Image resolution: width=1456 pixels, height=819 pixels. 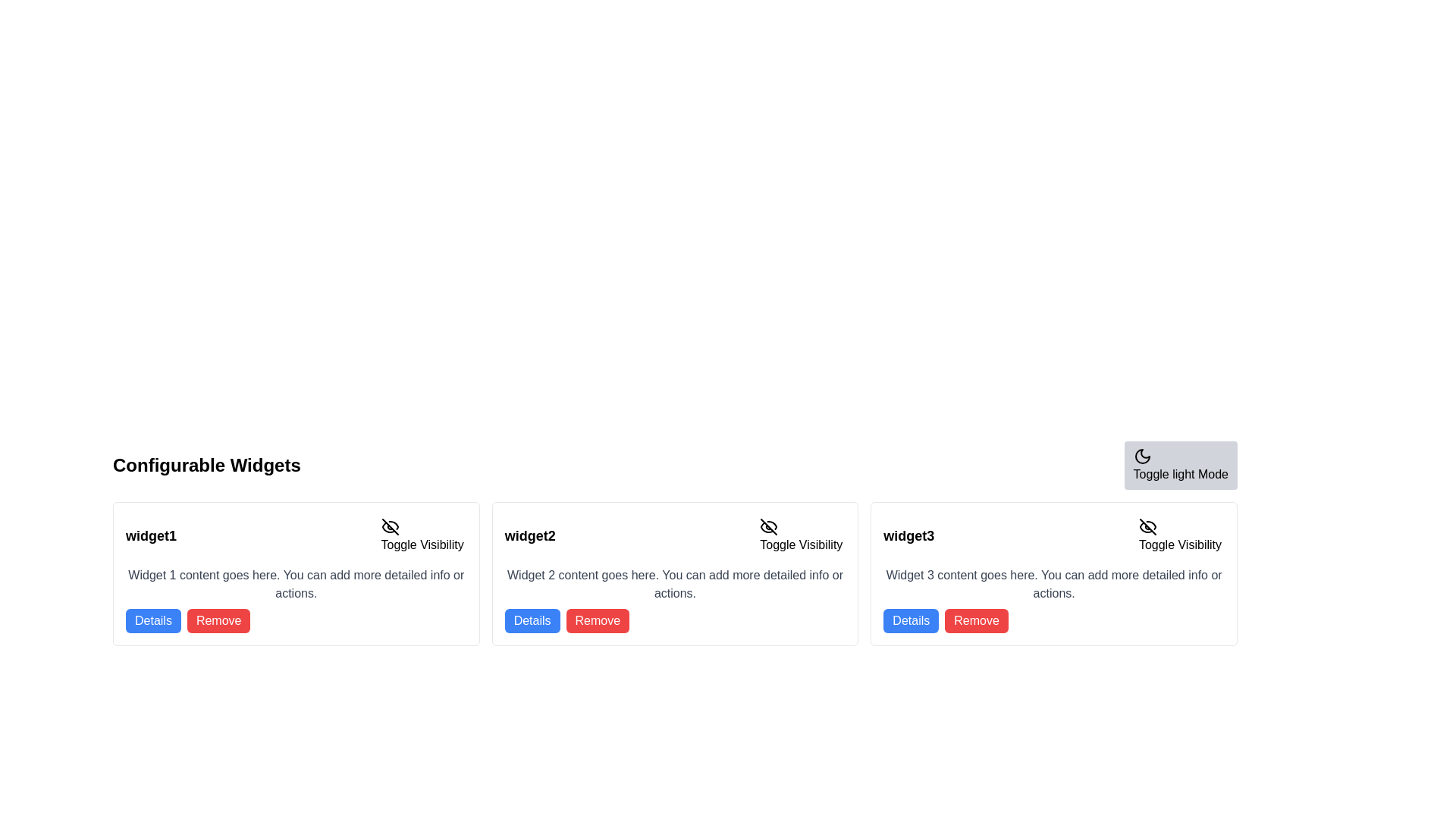 What do you see at coordinates (1053, 584) in the screenshot?
I see `the gray text block that states 'Widget 3 content goes here. You can add more detailed info or actions.' located in the third widget card titled 'Widget 3' above the 'Details' and 'Remove' buttons` at bounding box center [1053, 584].